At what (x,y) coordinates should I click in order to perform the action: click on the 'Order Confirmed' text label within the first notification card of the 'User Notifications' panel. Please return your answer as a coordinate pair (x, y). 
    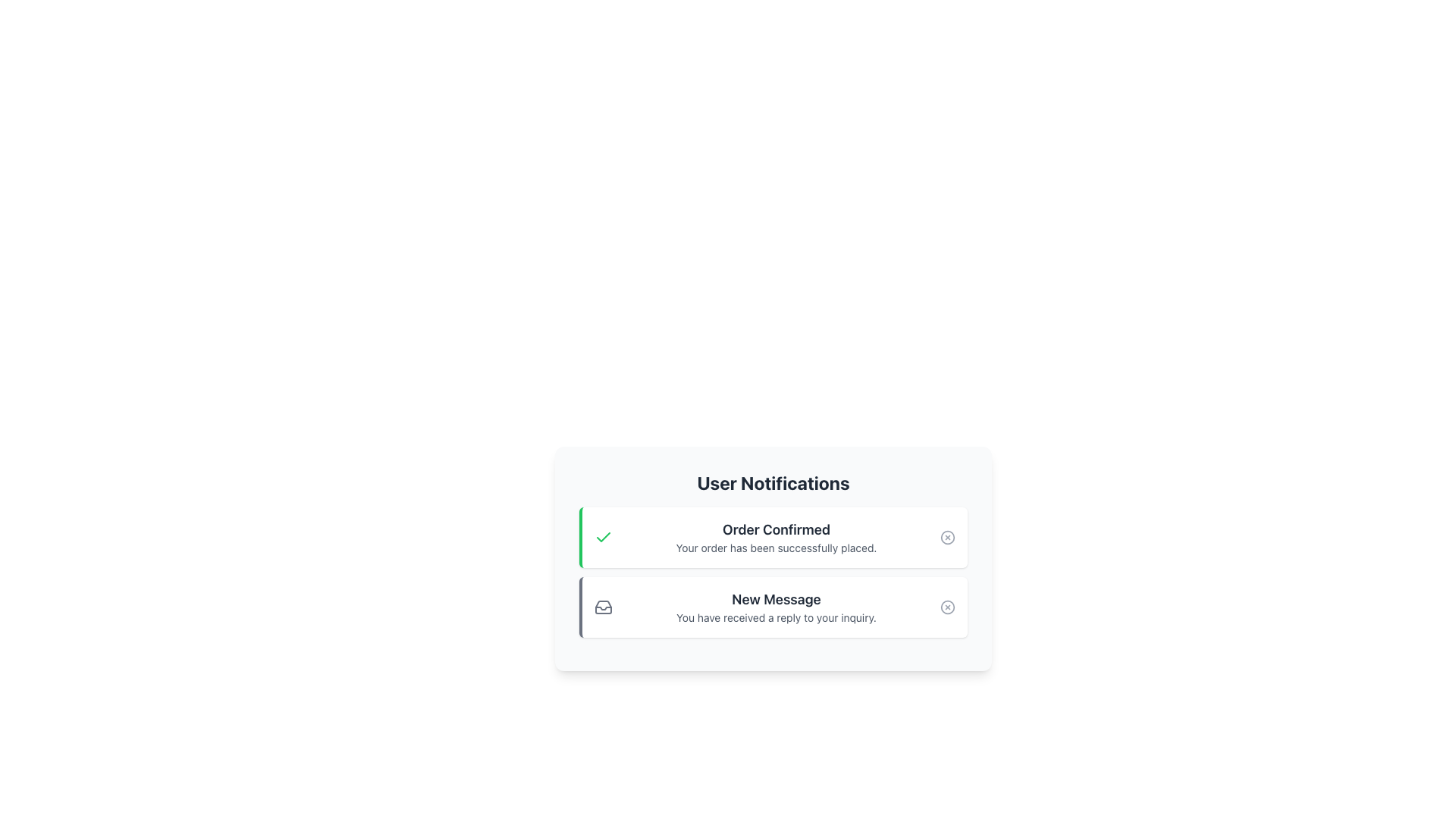
    Looking at the image, I should click on (776, 529).